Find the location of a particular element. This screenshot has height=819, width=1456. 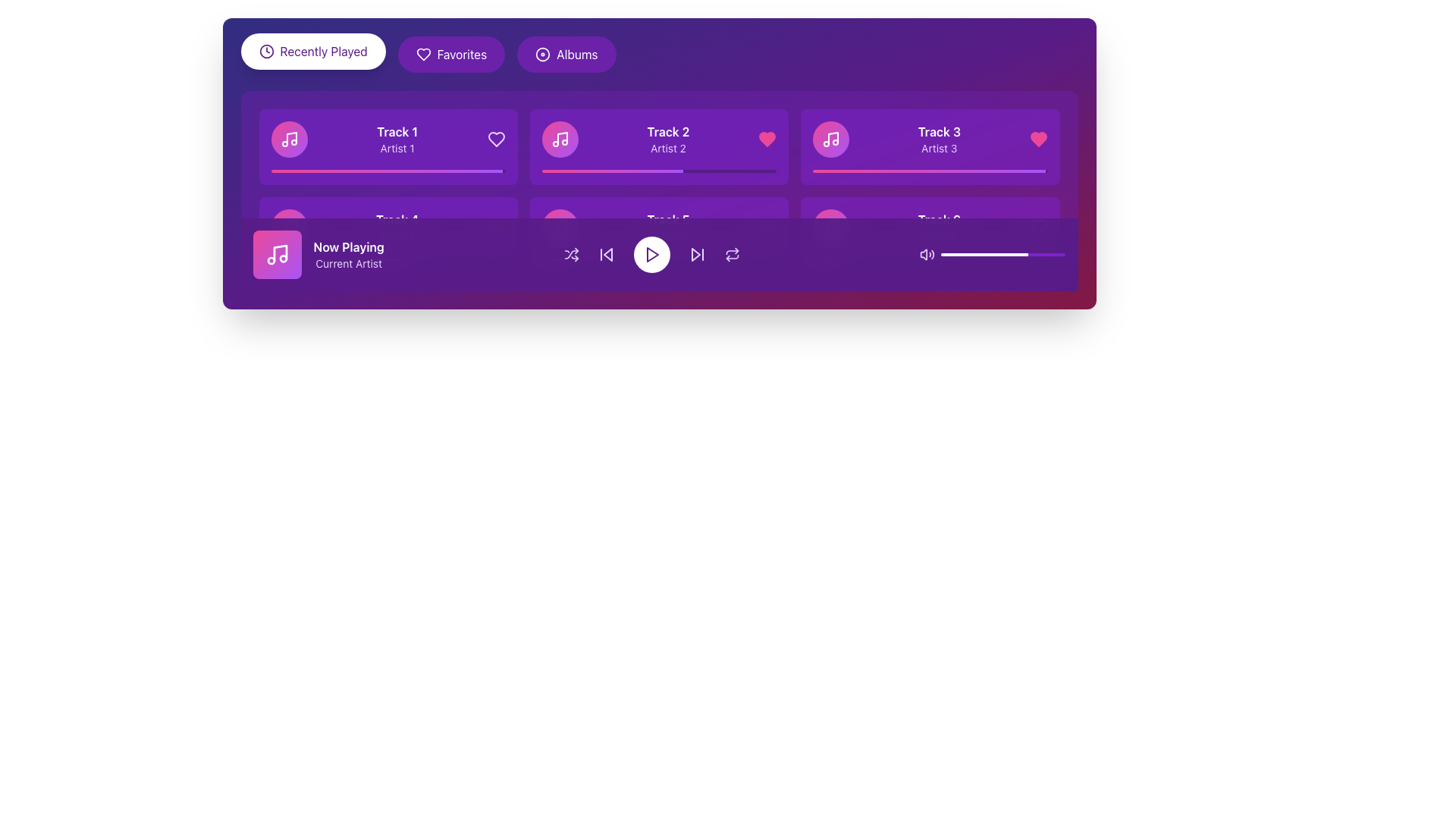

the music icon with a circular note symbol in white, located in the second card of the music grid labeled 'Track 2 Artist 2' is located at coordinates (559, 140).